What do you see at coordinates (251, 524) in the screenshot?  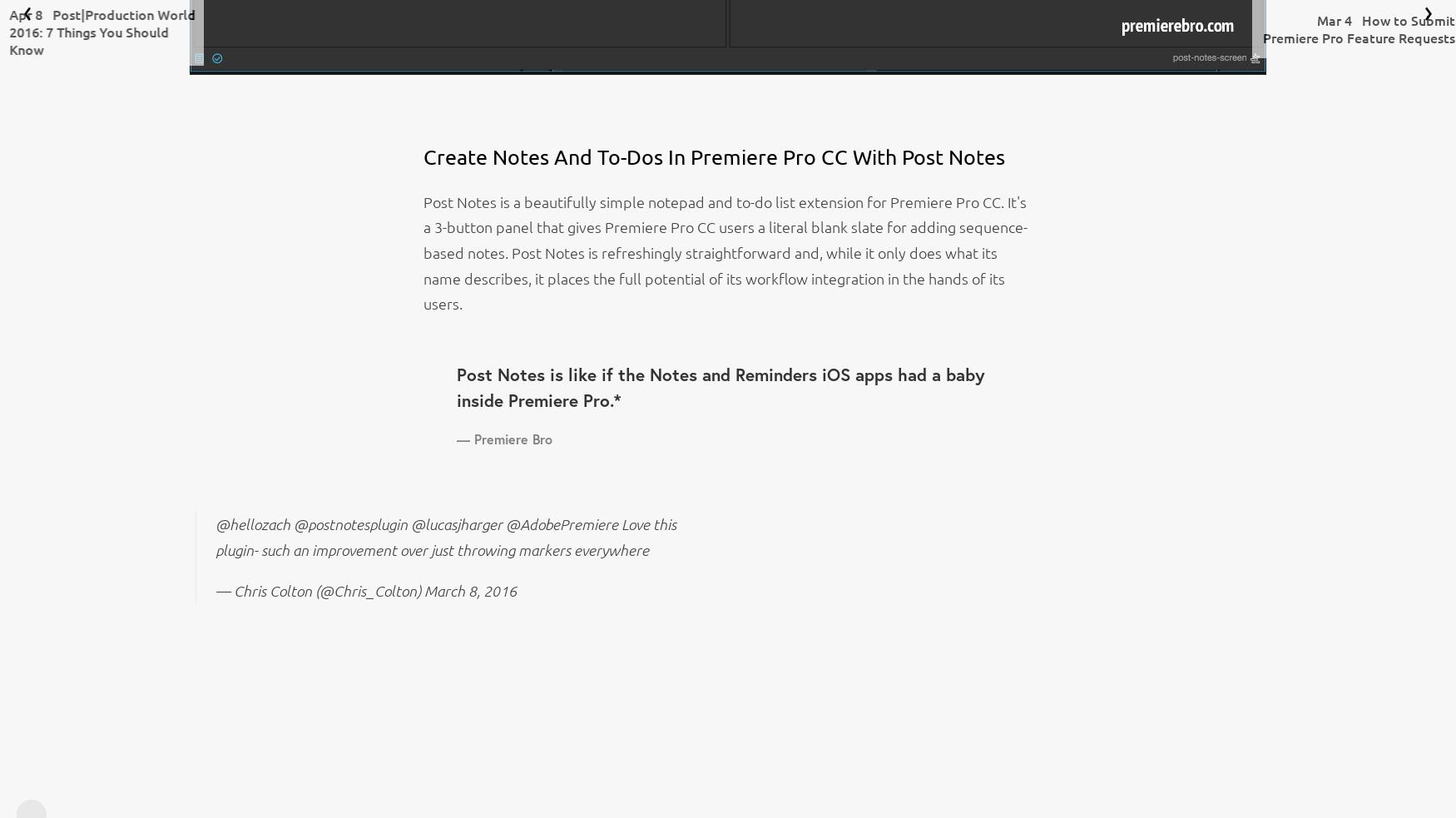 I see `'@hellozach'` at bounding box center [251, 524].